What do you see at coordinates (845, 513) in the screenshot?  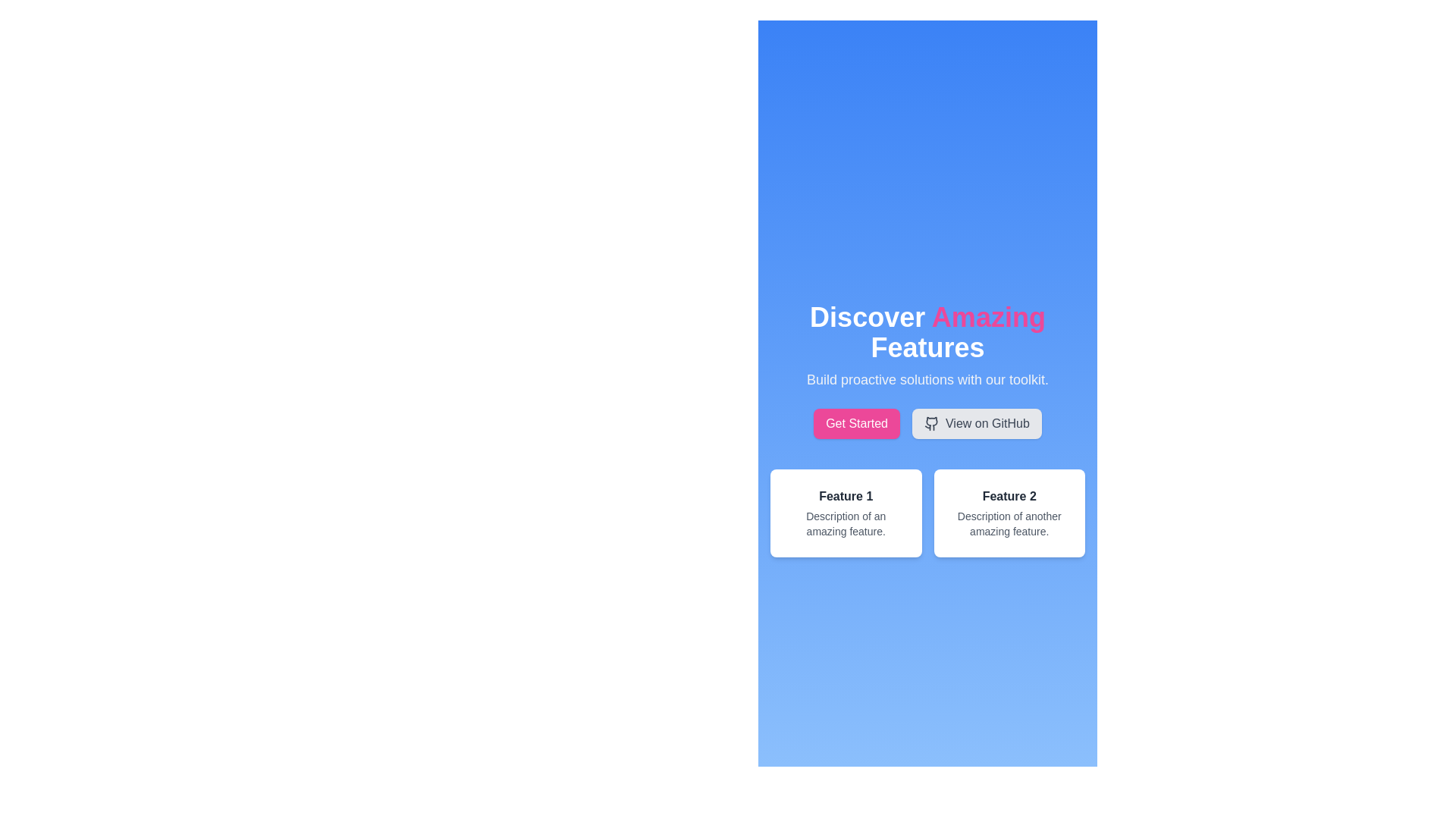 I see `the first informational card titled 'Feature 1', which is positioned in the leftmost column of a grid layout, displaying a bold text and a description below it` at bounding box center [845, 513].